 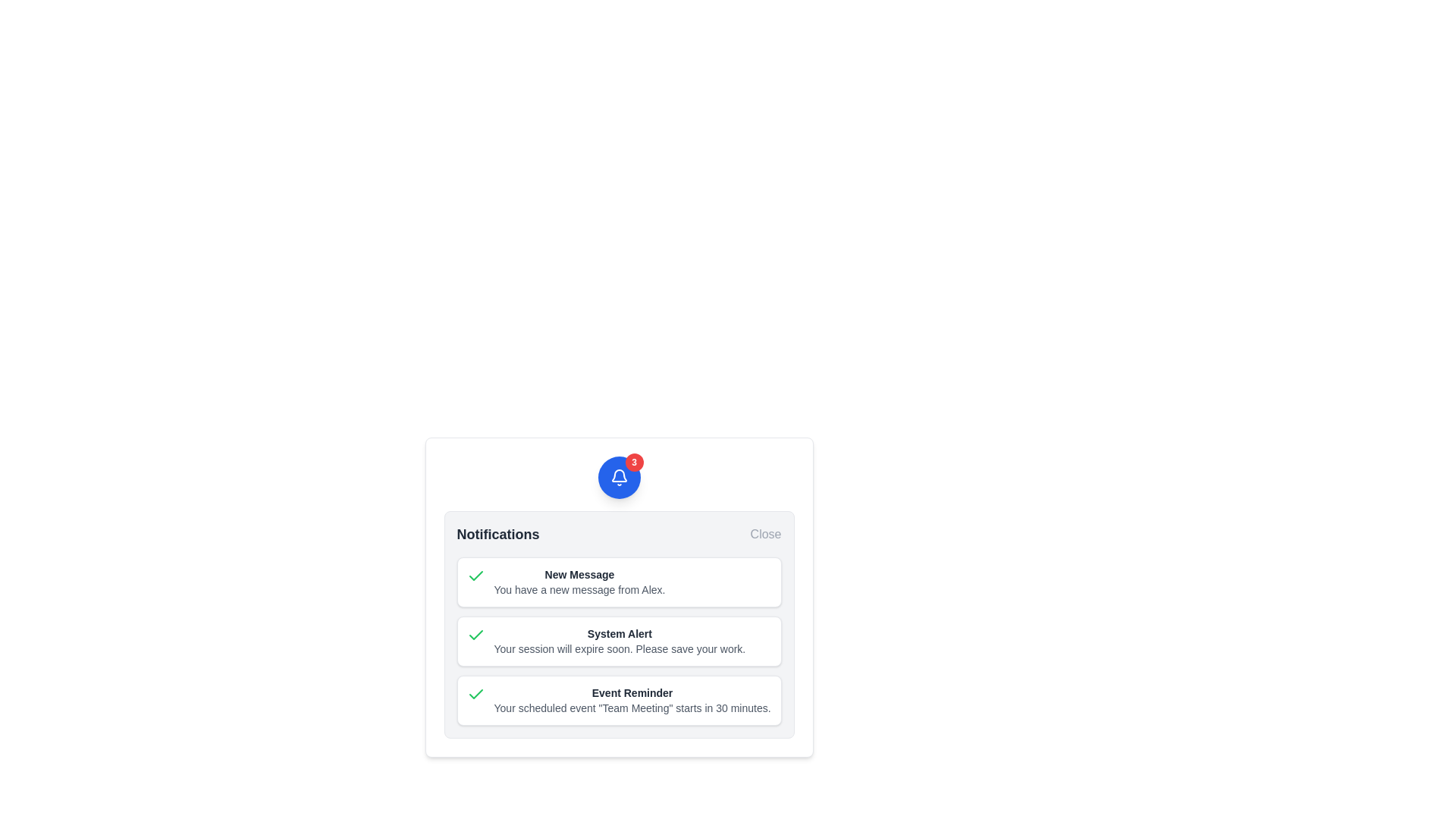 I want to click on text block that displays the message 'Your session will expire soon. Please save your work.' located beneath the 'System Alert' label in the alert notification, so click(x=620, y=648).